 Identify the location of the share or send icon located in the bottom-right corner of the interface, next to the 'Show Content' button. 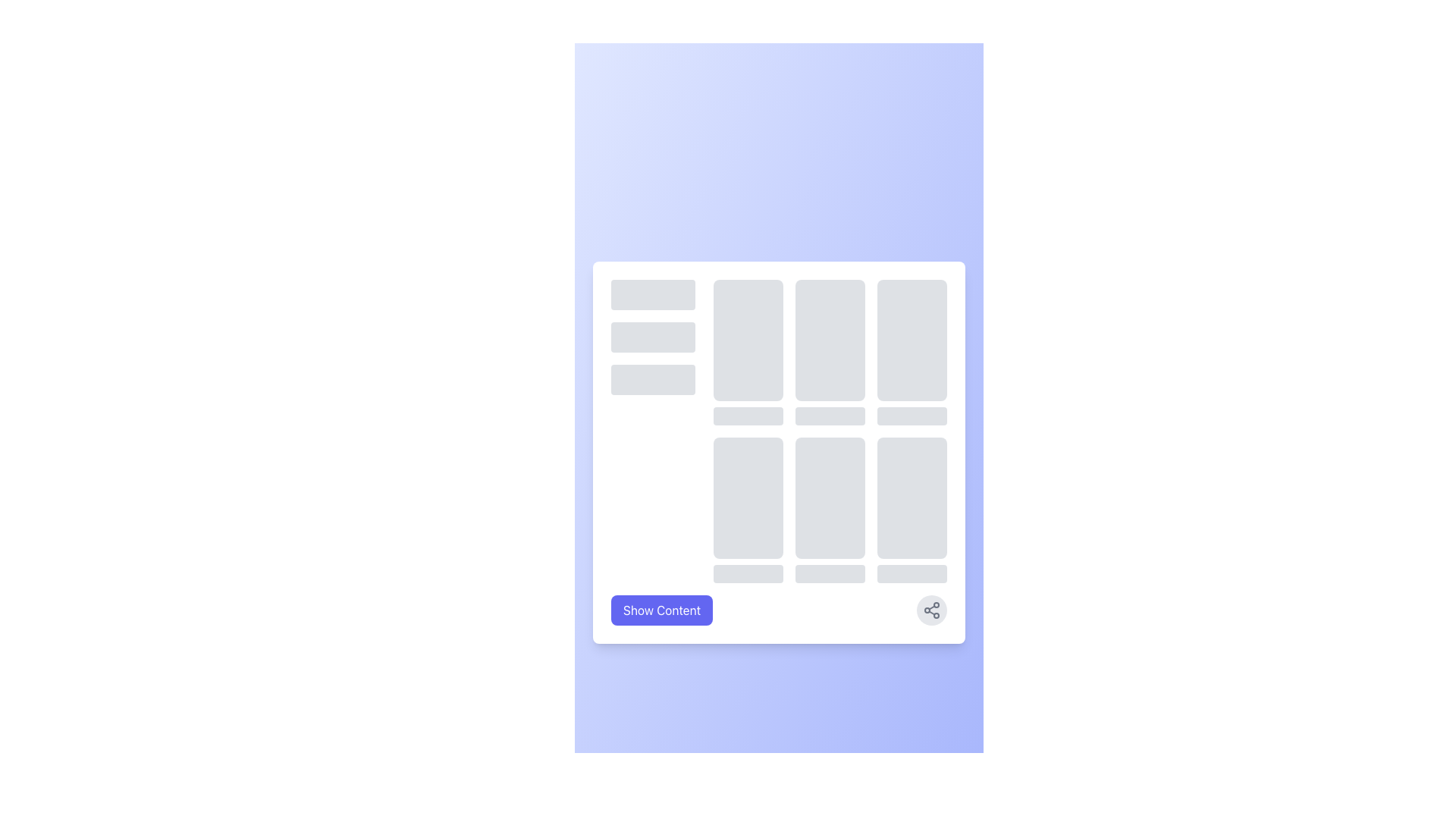
(930, 610).